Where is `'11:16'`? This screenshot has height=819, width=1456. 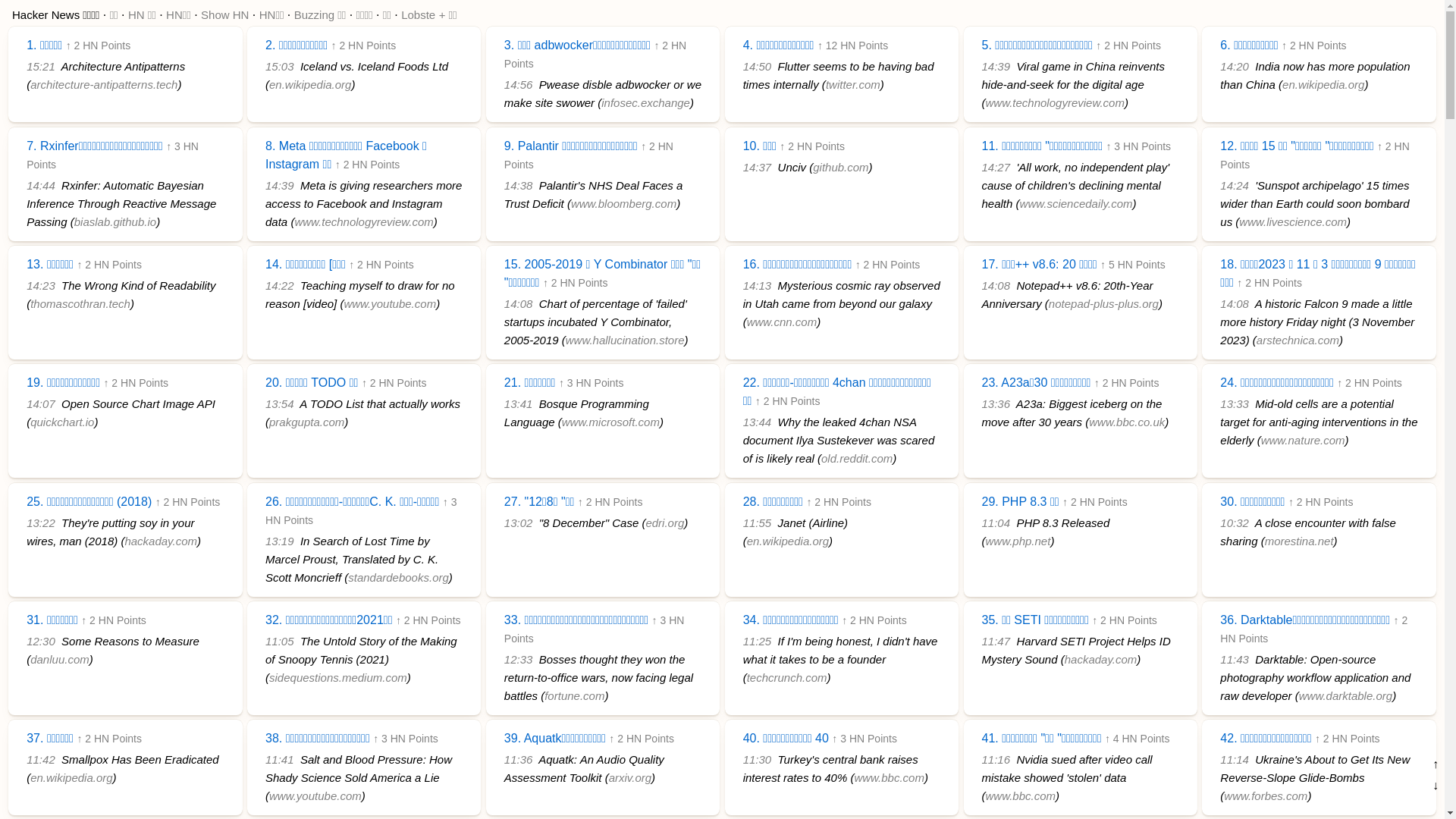 '11:16' is located at coordinates (996, 759).